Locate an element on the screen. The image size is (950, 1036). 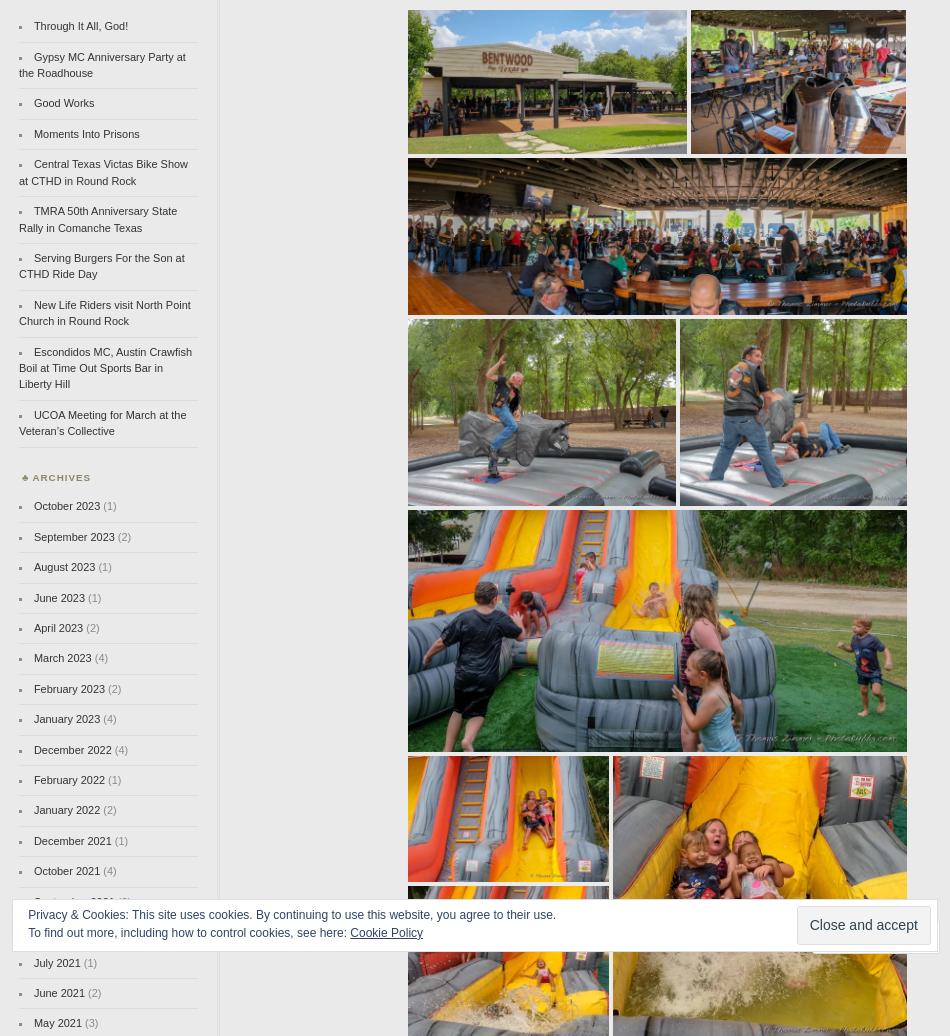
'February 2022' is located at coordinates (68, 780).